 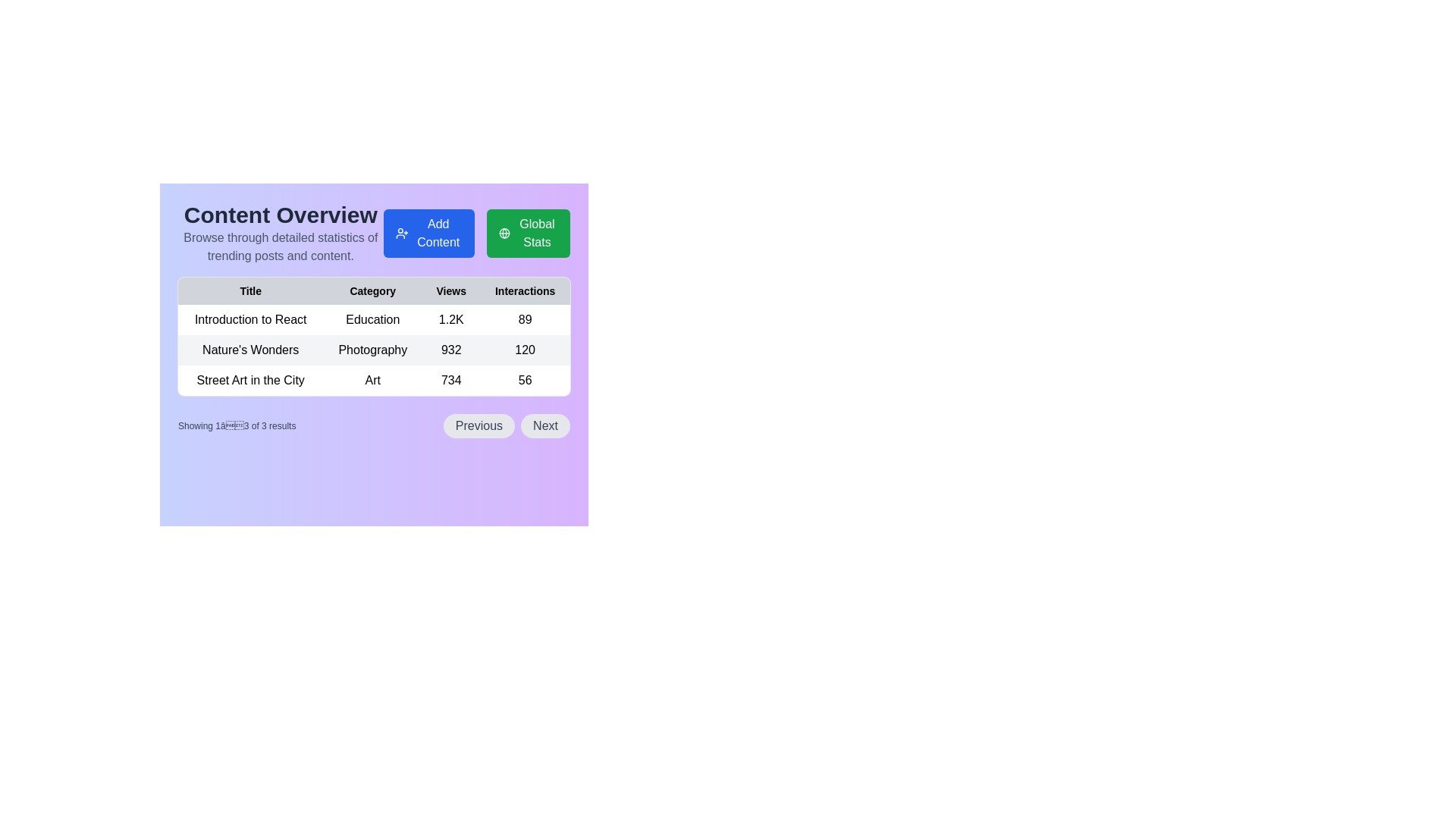 What do you see at coordinates (450, 318) in the screenshot?
I see `the static text displaying the view count for the 'Introduction to React' item, located in the 'Views' column of the table` at bounding box center [450, 318].